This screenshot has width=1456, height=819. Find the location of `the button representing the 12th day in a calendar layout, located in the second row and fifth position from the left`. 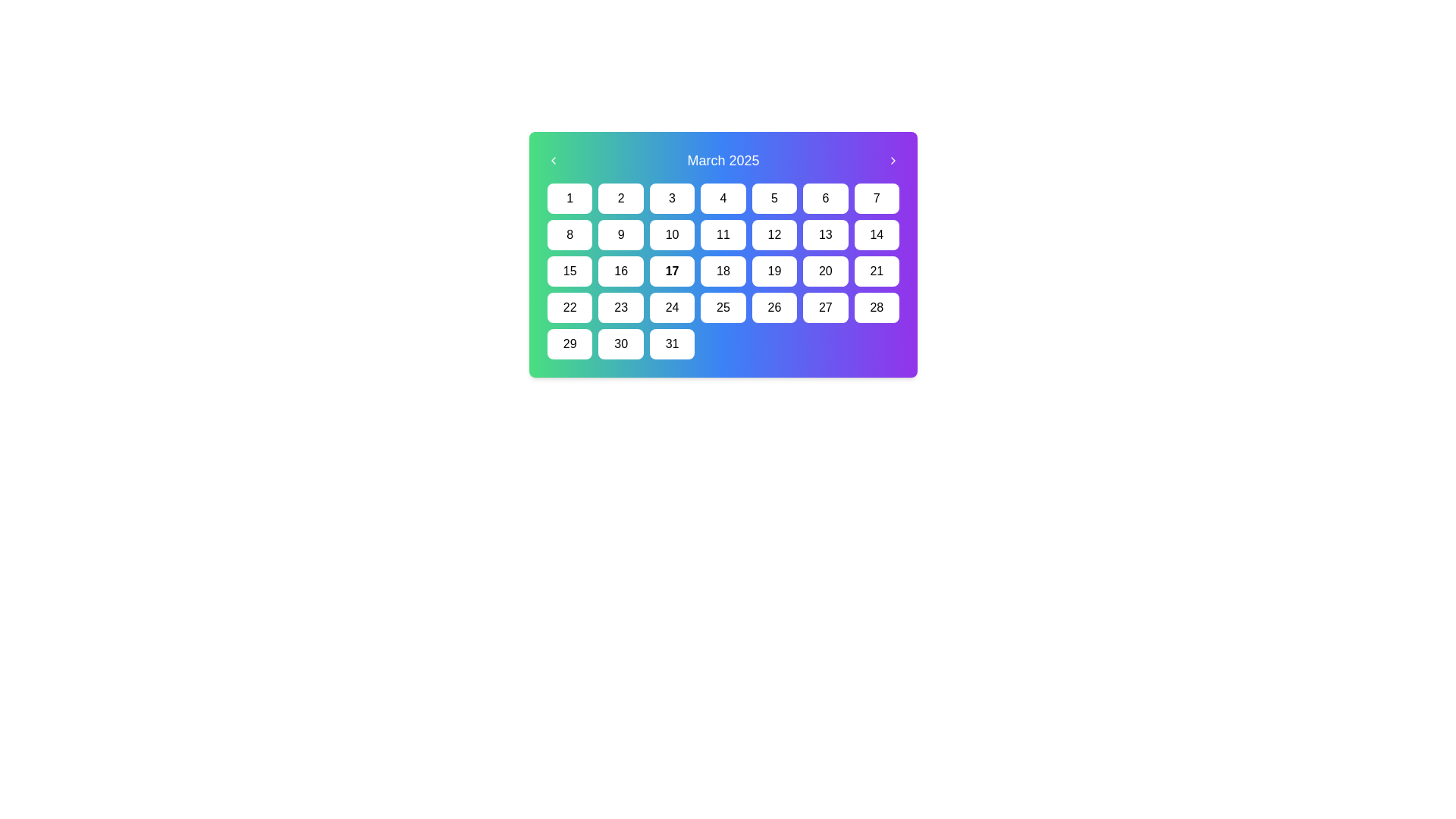

the button representing the 12th day in a calendar layout, located in the second row and fifth position from the left is located at coordinates (774, 234).